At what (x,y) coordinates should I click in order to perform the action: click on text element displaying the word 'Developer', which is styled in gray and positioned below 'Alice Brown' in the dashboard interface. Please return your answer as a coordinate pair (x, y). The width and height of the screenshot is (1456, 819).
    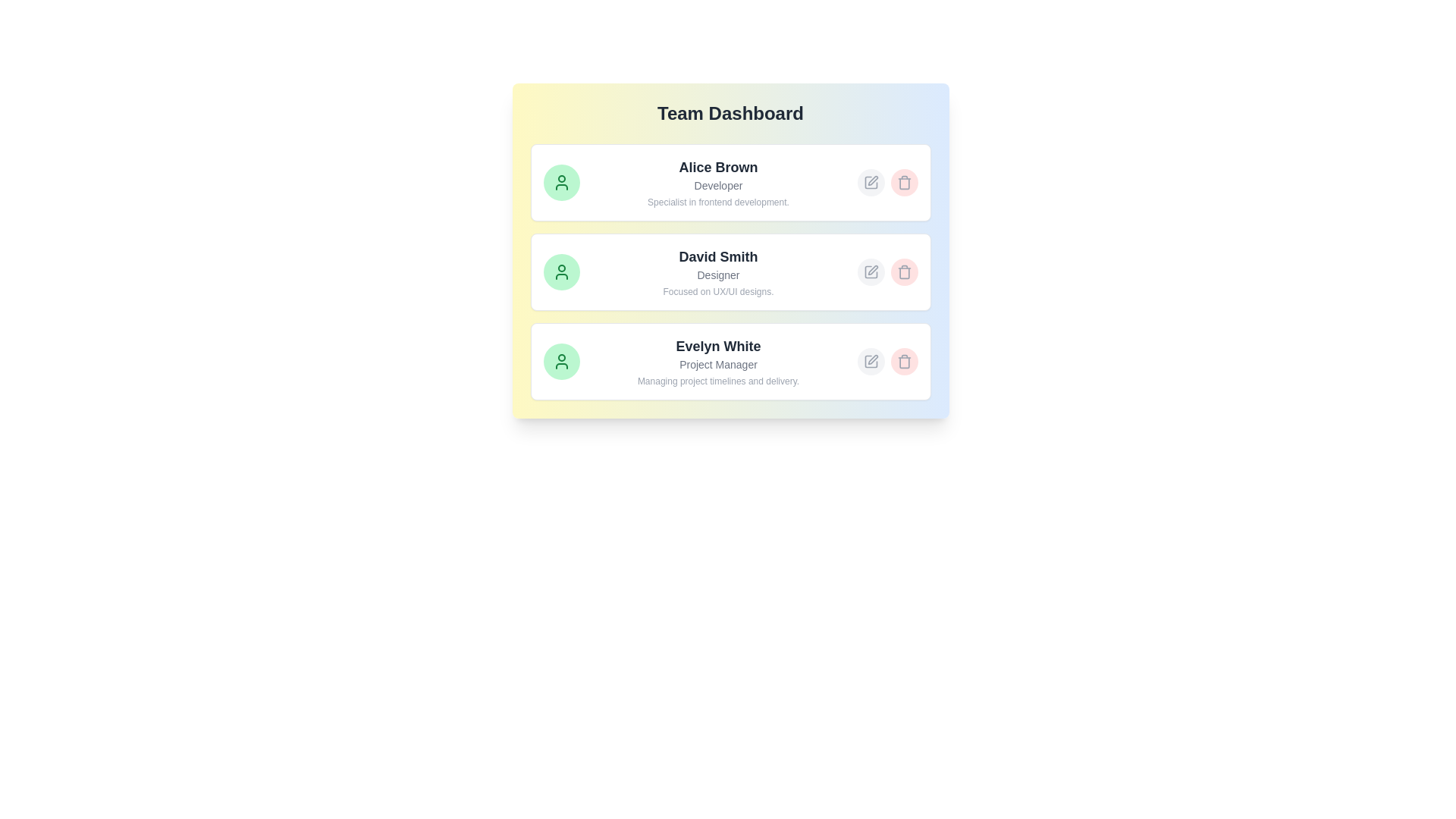
    Looking at the image, I should click on (717, 185).